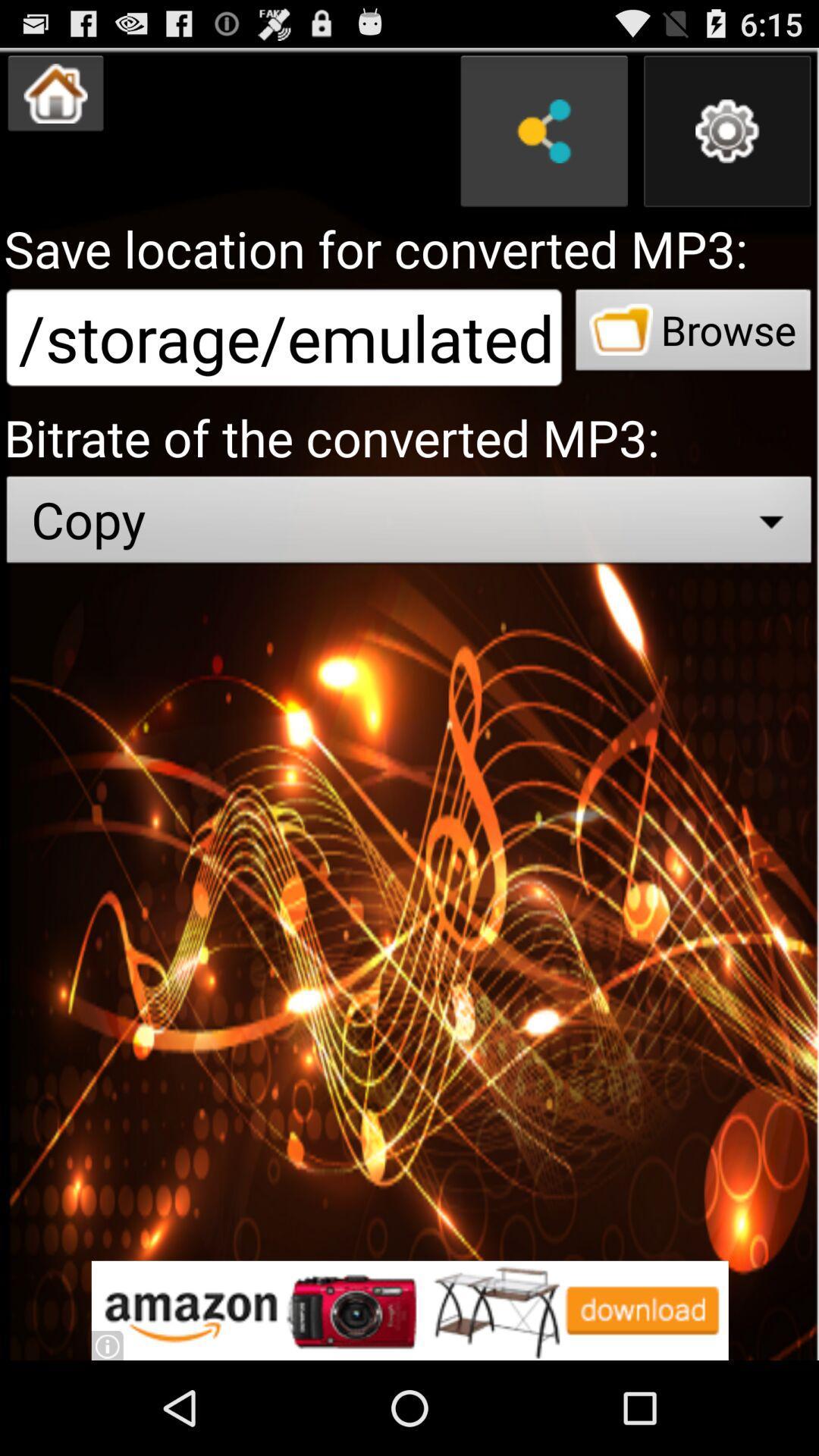  I want to click on for home, so click(55, 93).